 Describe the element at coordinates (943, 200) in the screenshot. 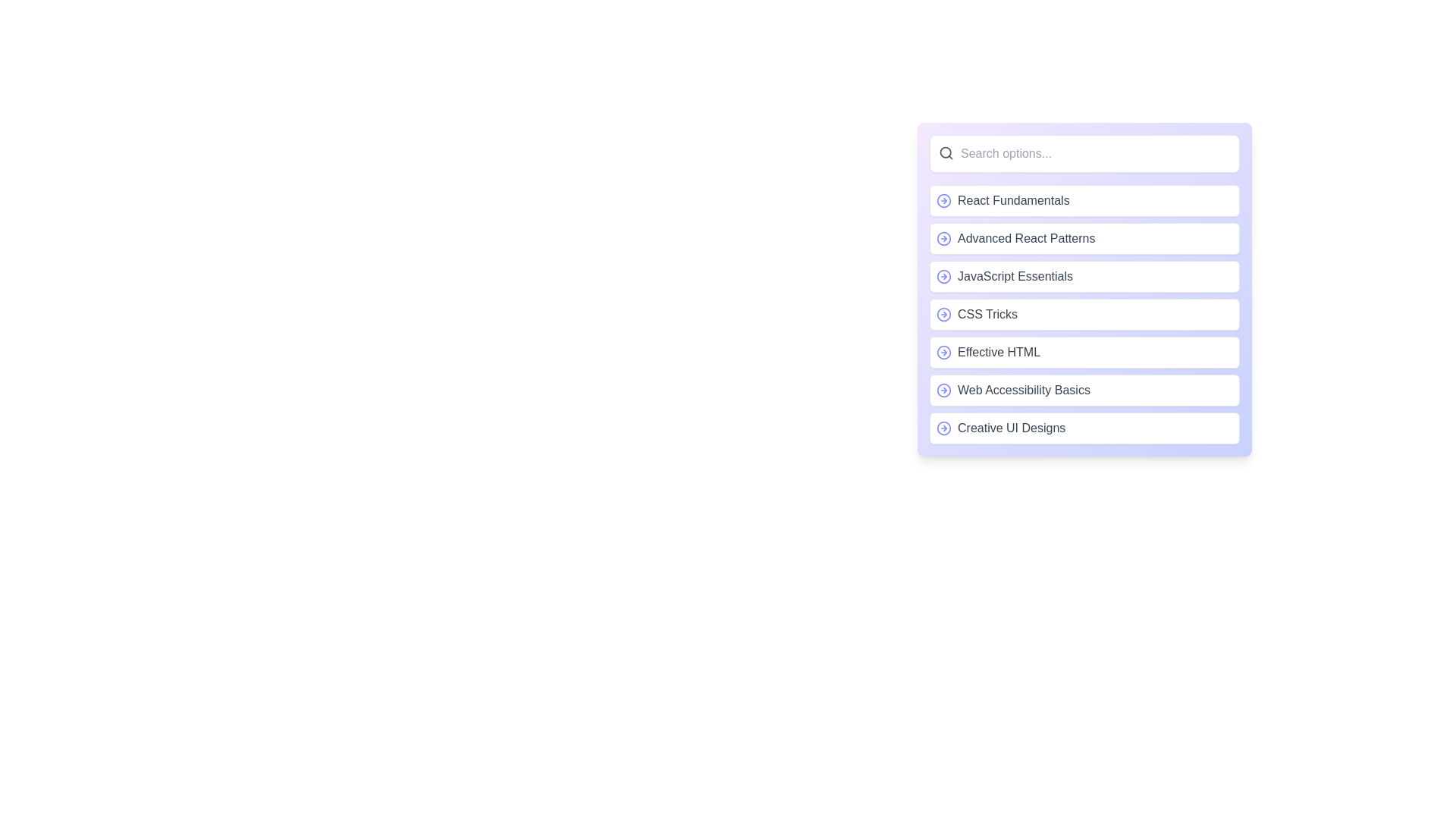

I see `the 'circle-arrow-right' icon indicating navigation located next to the 'React Fundamentals' text for accessibility navigation` at that location.